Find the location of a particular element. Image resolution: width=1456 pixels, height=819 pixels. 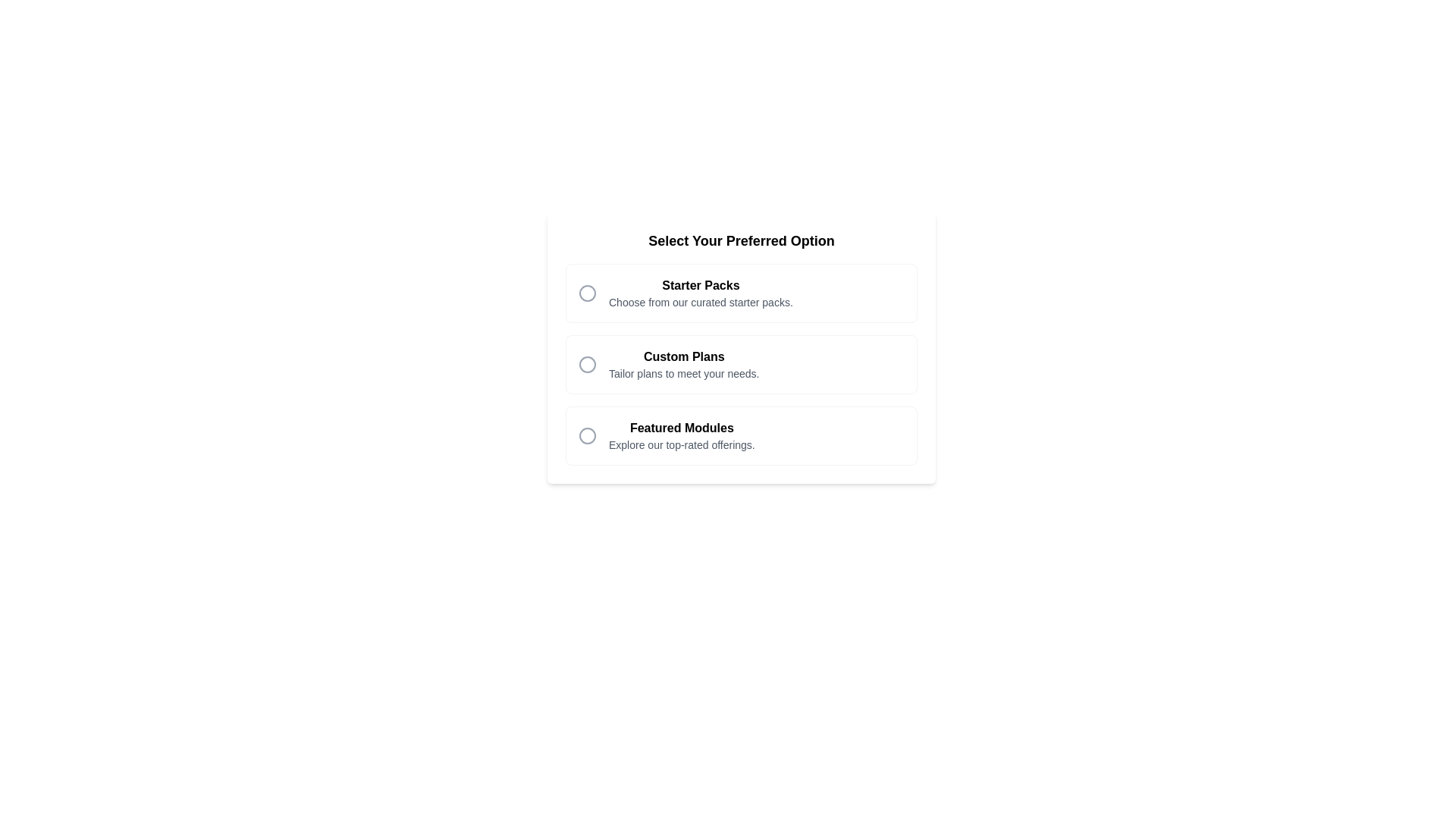

the text label 'Featured Modules', which serves as the title for the third selectable option in a vertical list of options is located at coordinates (681, 428).